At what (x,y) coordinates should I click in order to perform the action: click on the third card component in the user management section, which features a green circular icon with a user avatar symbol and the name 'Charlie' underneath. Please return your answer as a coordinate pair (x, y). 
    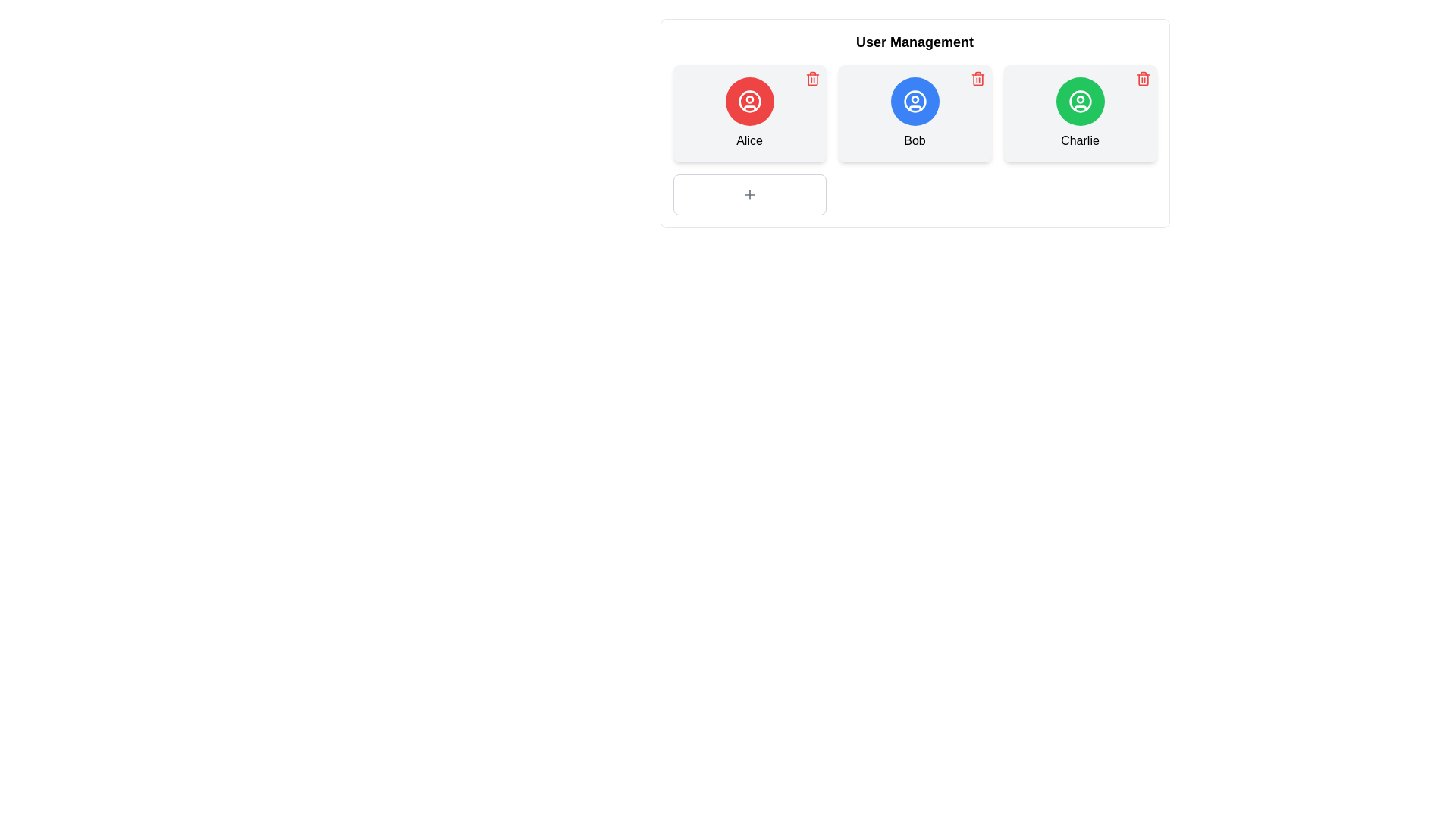
    Looking at the image, I should click on (1079, 113).